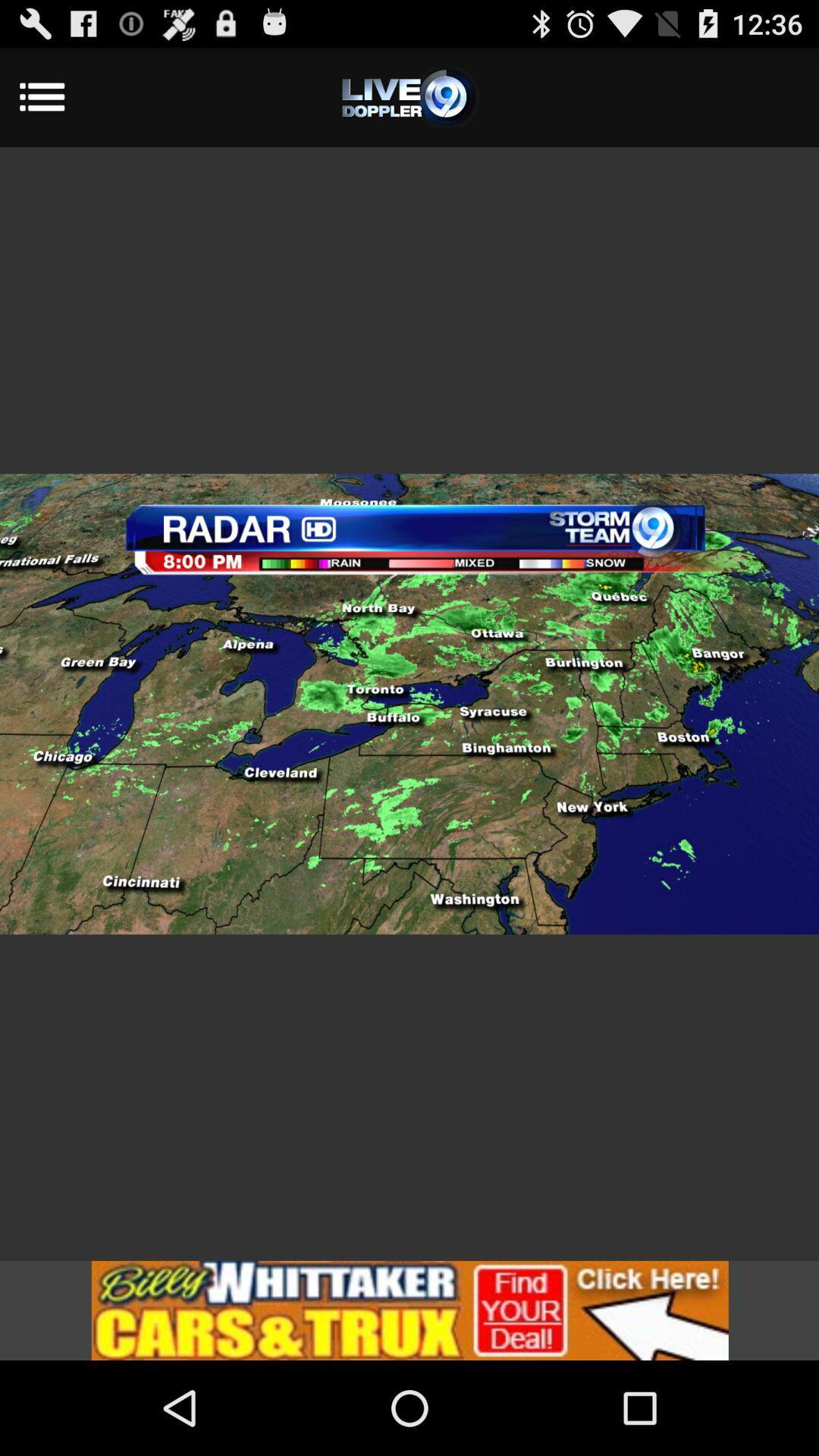 Image resolution: width=819 pixels, height=1456 pixels. What do you see at coordinates (409, 1310) in the screenshot?
I see `open advertisement banner` at bounding box center [409, 1310].